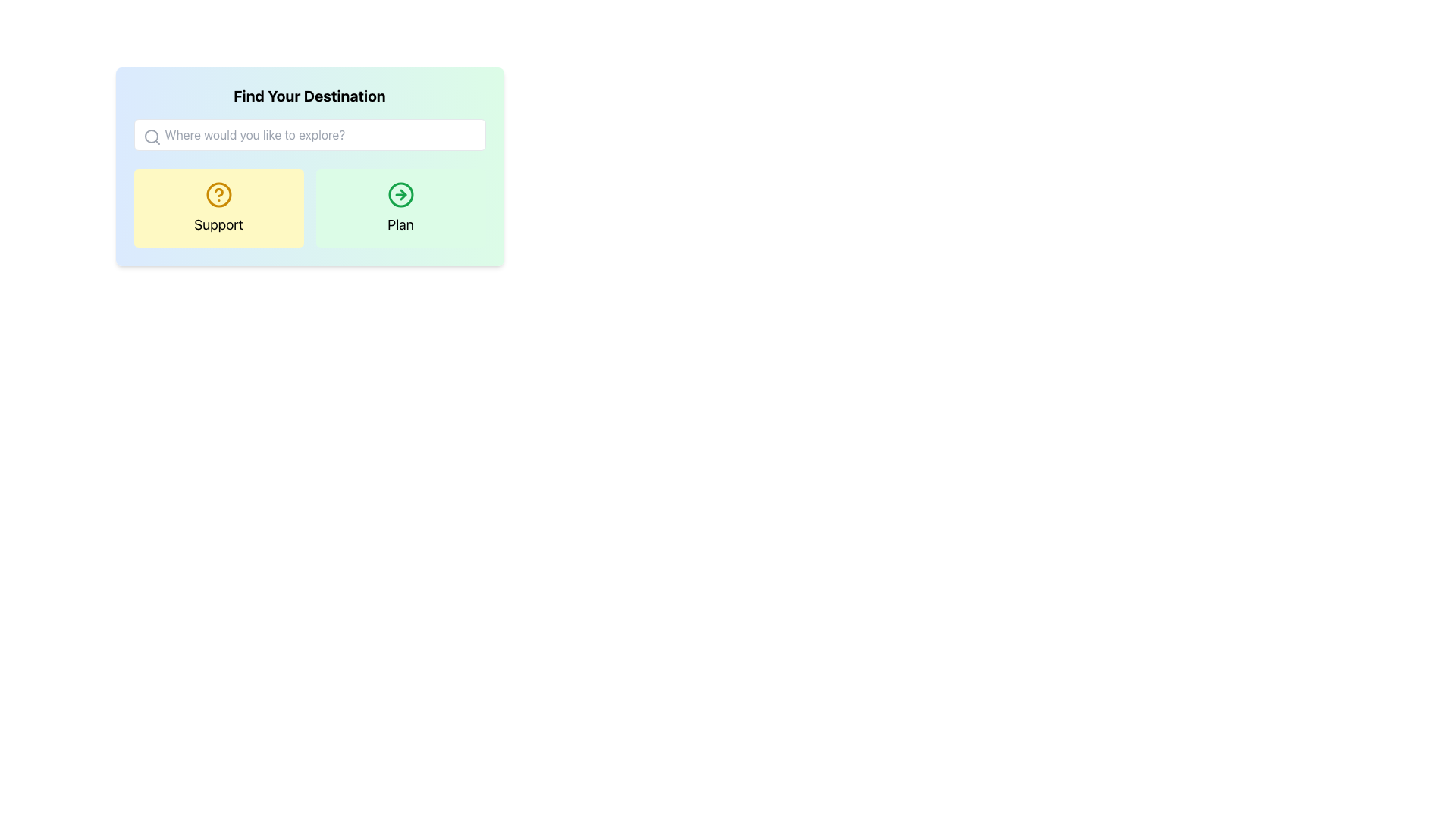 This screenshot has height=819, width=1456. What do you see at coordinates (400, 194) in the screenshot?
I see `the central icon representing the 'Plan' section` at bounding box center [400, 194].